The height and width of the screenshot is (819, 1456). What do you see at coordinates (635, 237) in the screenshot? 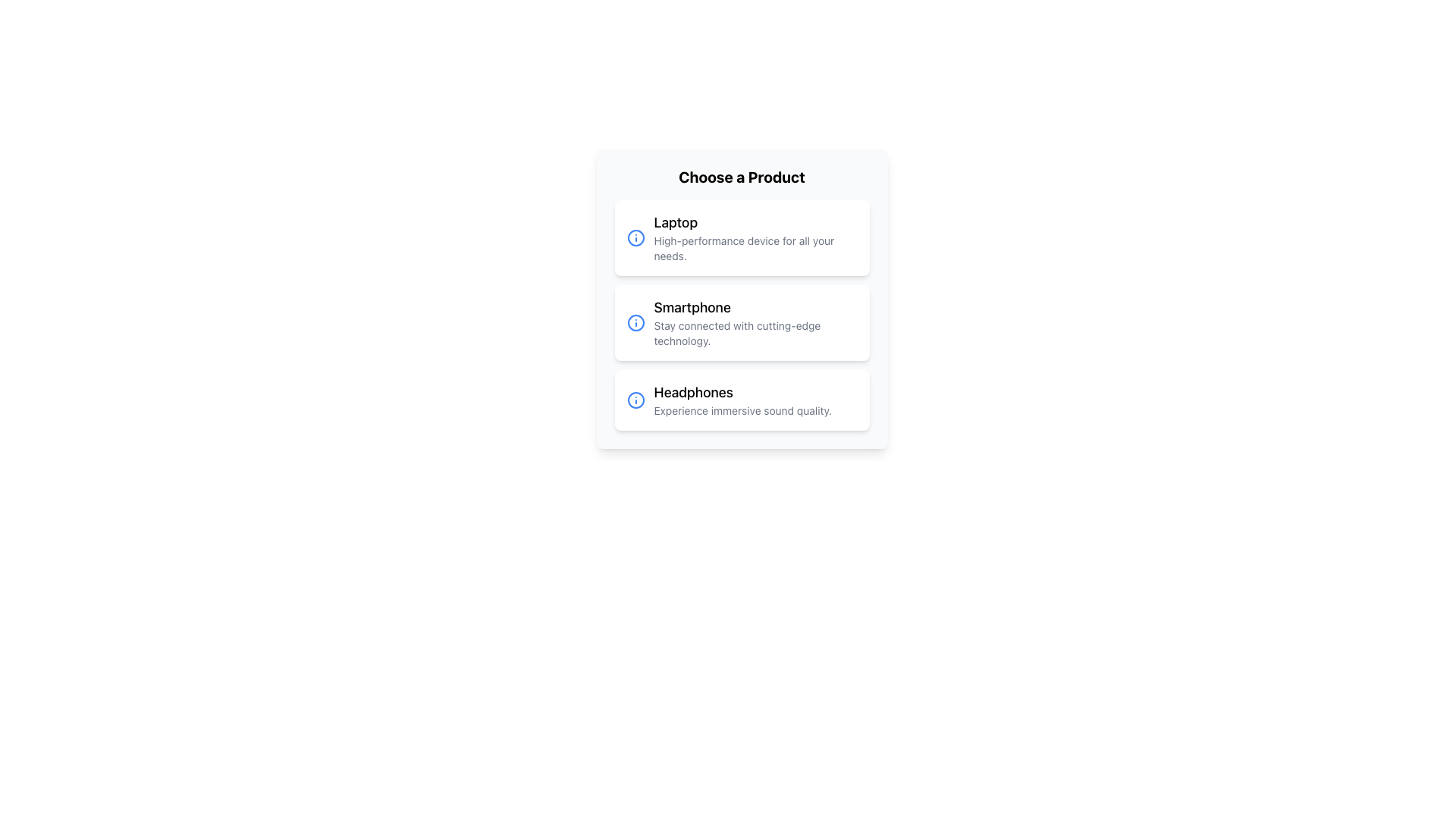
I see `the circular blue stroke icon representing additional information for the product 'Laptop' located at the beginning of its card` at bounding box center [635, 237].